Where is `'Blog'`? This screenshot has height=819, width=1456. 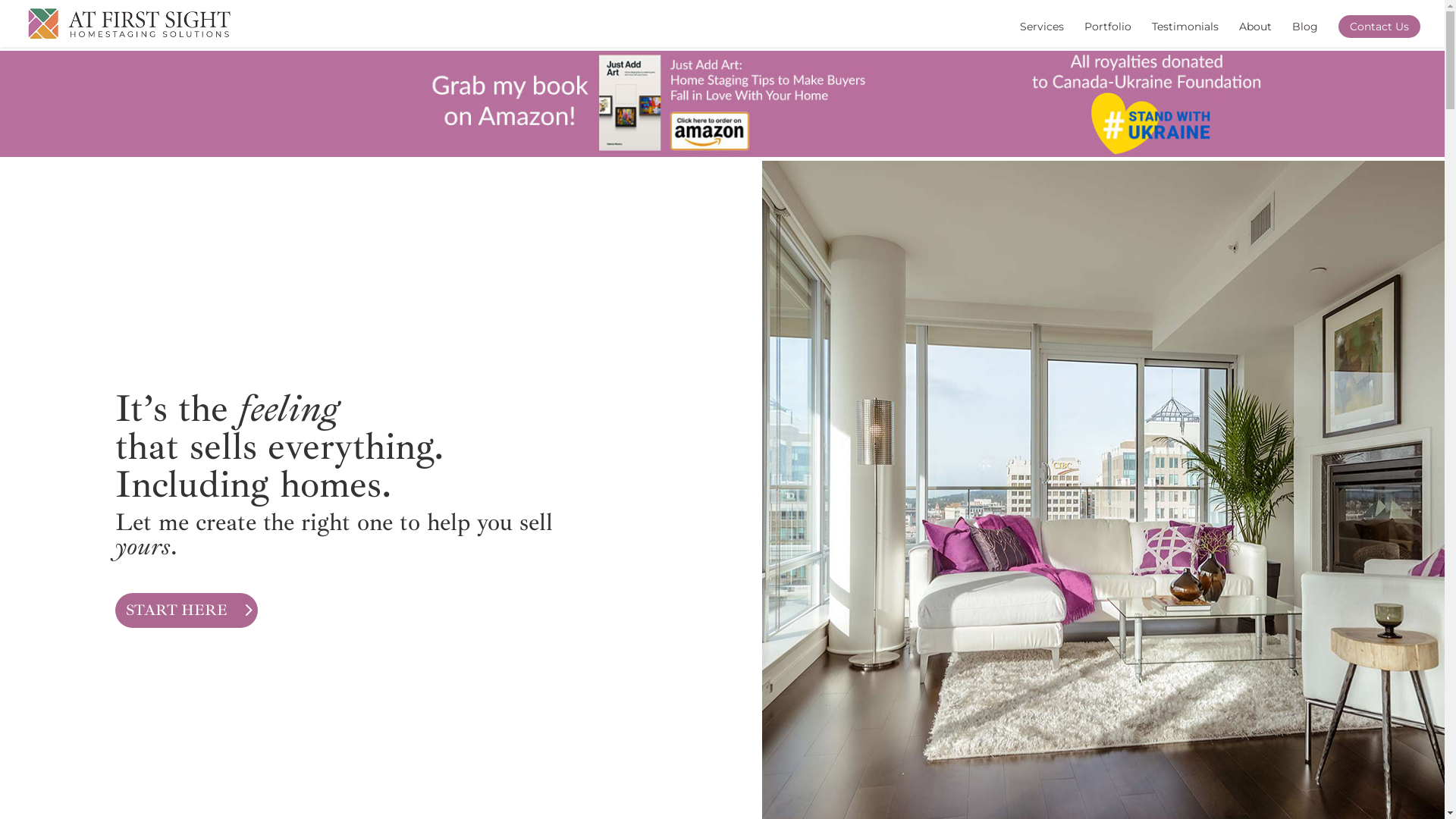 'Blog' is located at coordinates (1291, 34).